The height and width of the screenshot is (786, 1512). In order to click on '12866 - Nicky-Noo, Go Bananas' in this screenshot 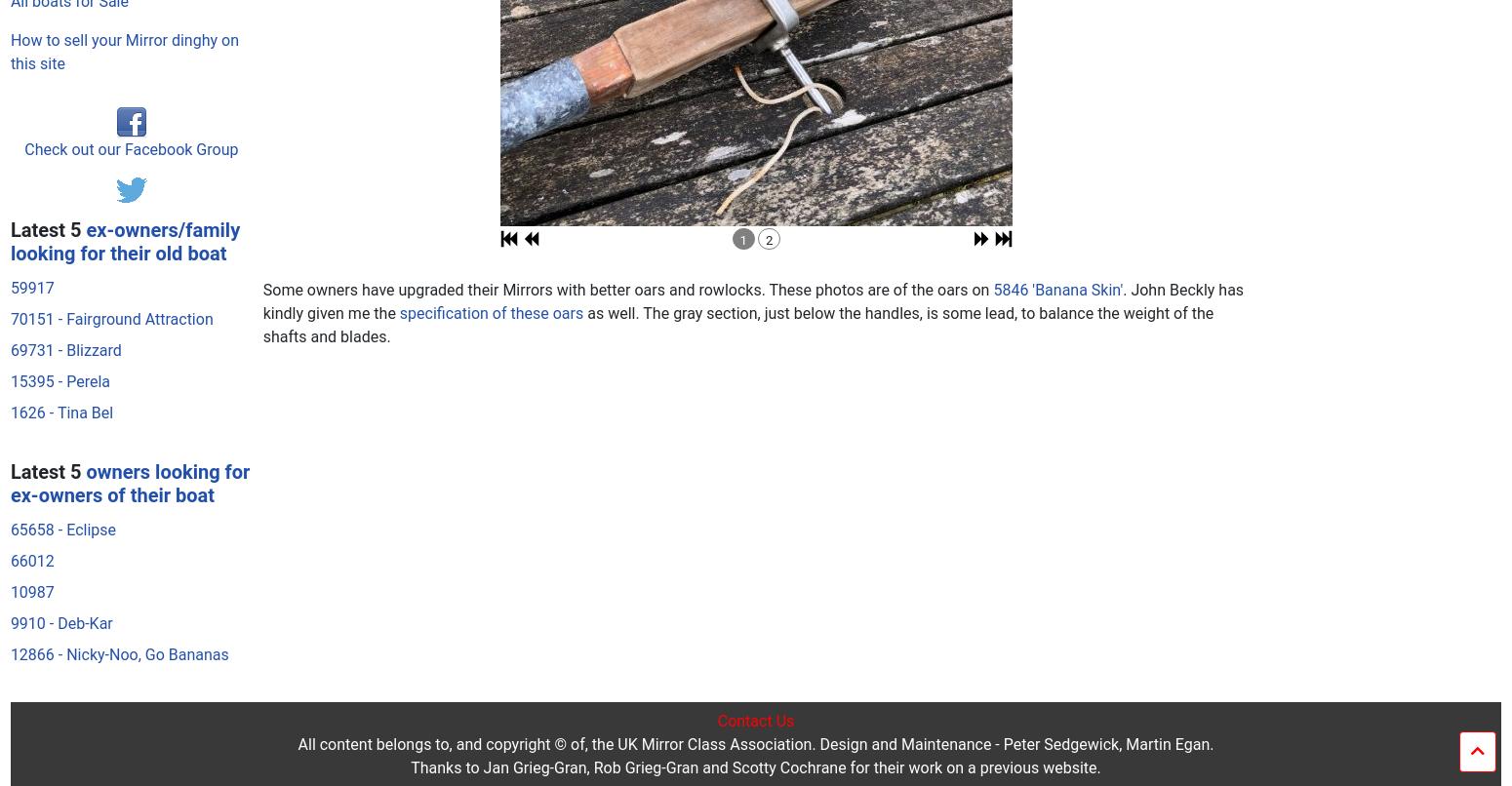, I will do `click(118, 276)`.